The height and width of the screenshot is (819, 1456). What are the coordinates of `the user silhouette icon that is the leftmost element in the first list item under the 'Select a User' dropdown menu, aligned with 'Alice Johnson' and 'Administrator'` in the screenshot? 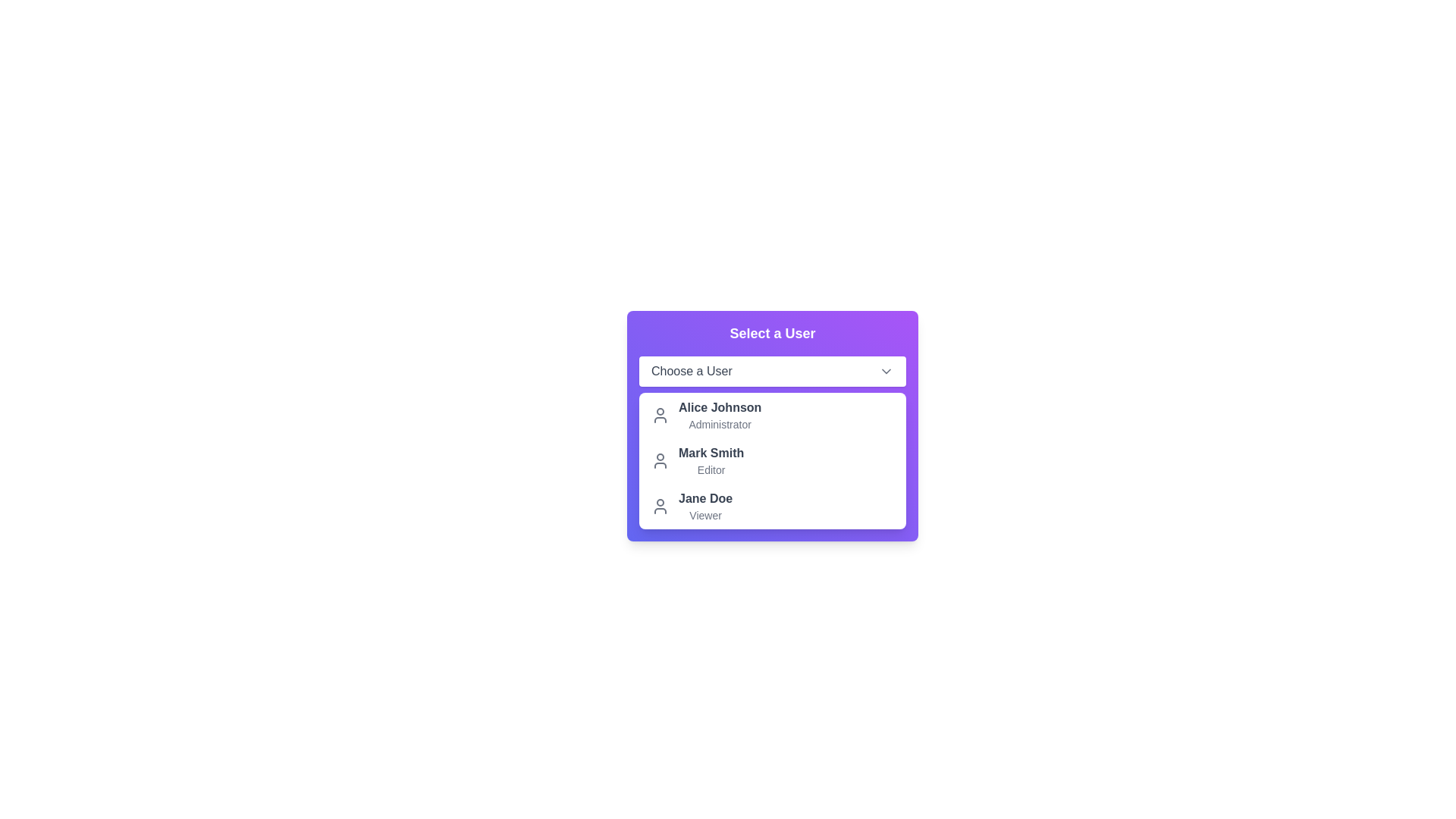 It's located at (660, 415).